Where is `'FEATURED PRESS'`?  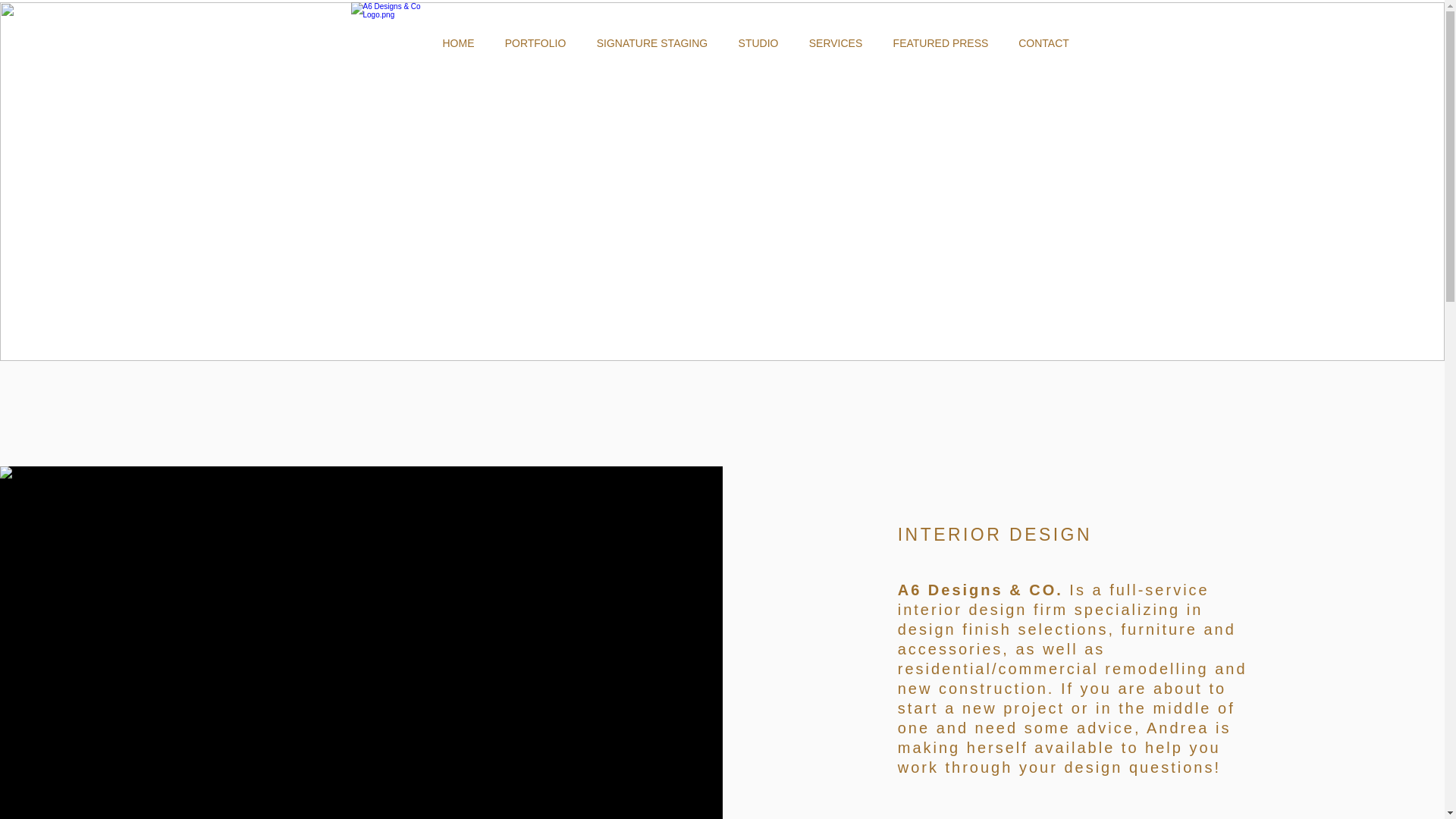 'FEATURED PRESS' is located at coordinates (940, 42).